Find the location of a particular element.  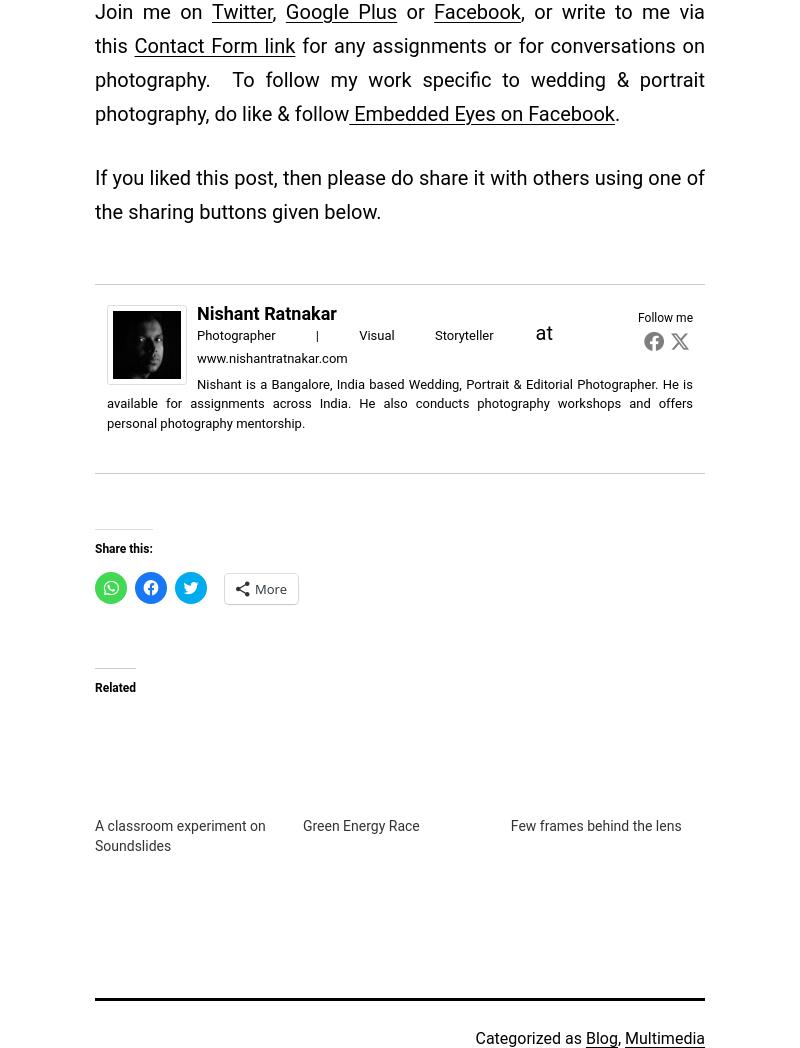

'Share this:' is located at coordinates (122, 548).